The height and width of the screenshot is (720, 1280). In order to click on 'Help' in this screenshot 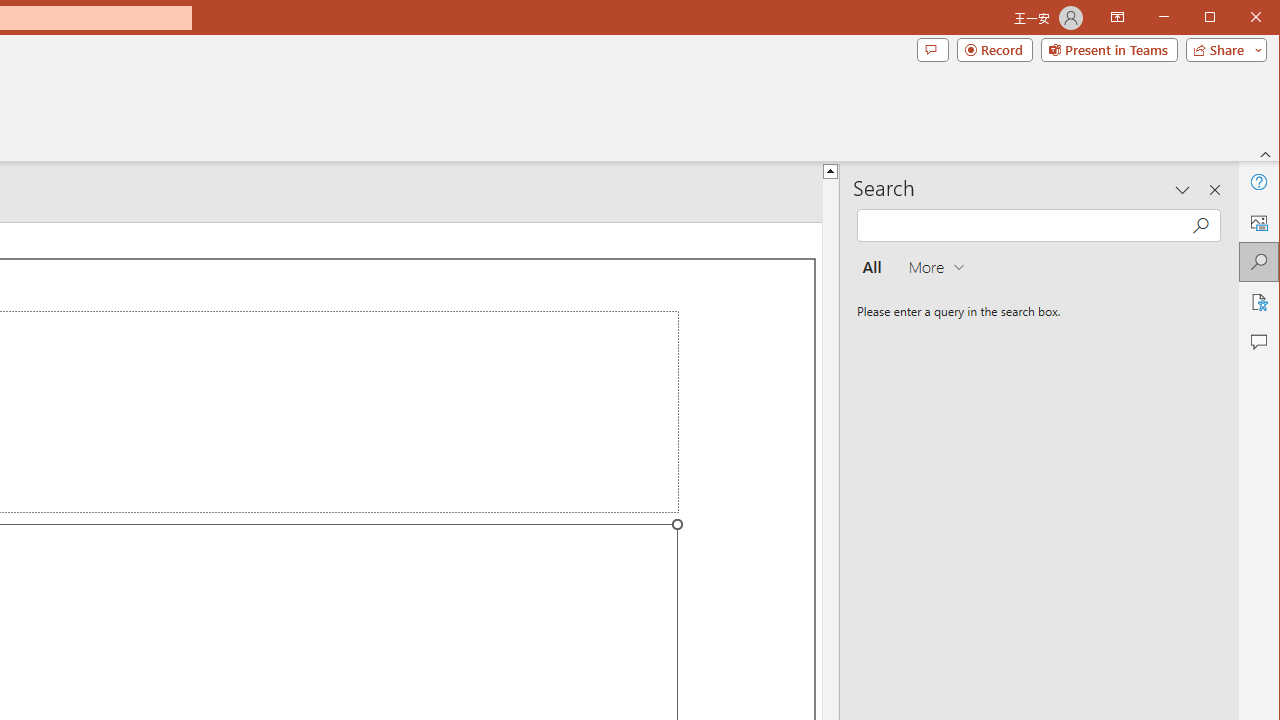, I will do `click(1257, 182)`.